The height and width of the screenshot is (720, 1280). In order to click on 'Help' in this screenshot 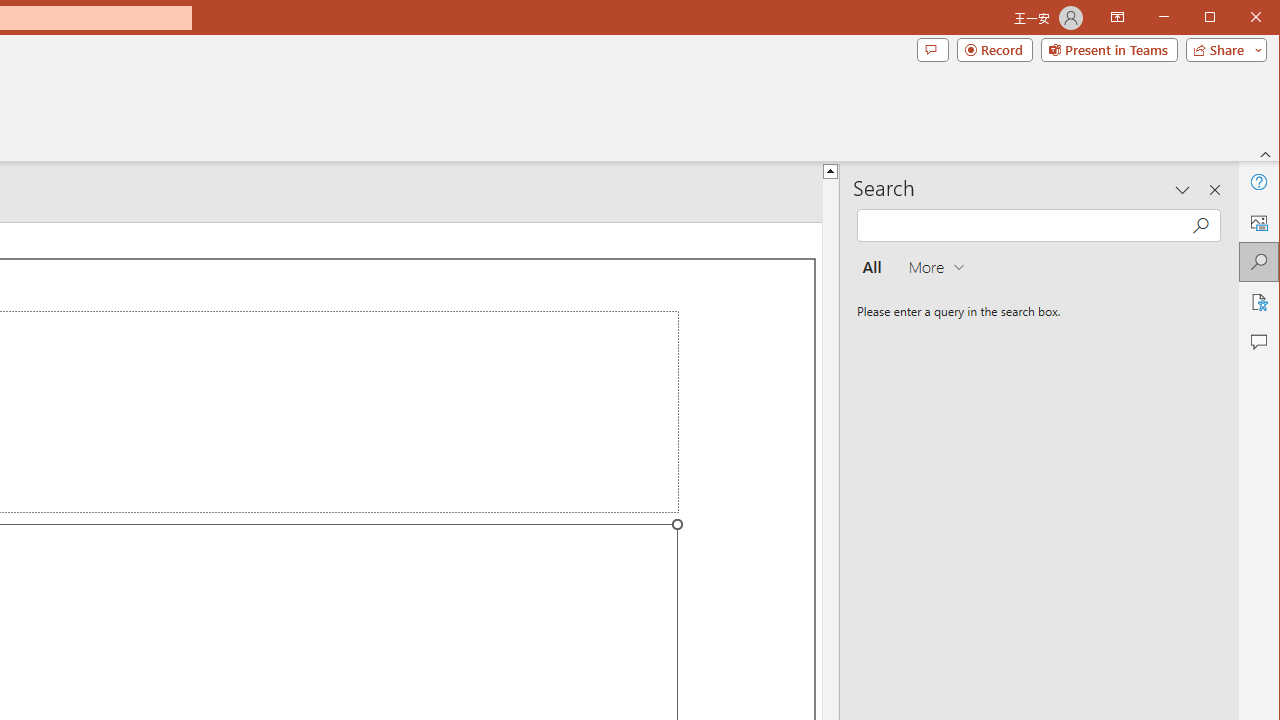, I will do `click(1257, 182)`.